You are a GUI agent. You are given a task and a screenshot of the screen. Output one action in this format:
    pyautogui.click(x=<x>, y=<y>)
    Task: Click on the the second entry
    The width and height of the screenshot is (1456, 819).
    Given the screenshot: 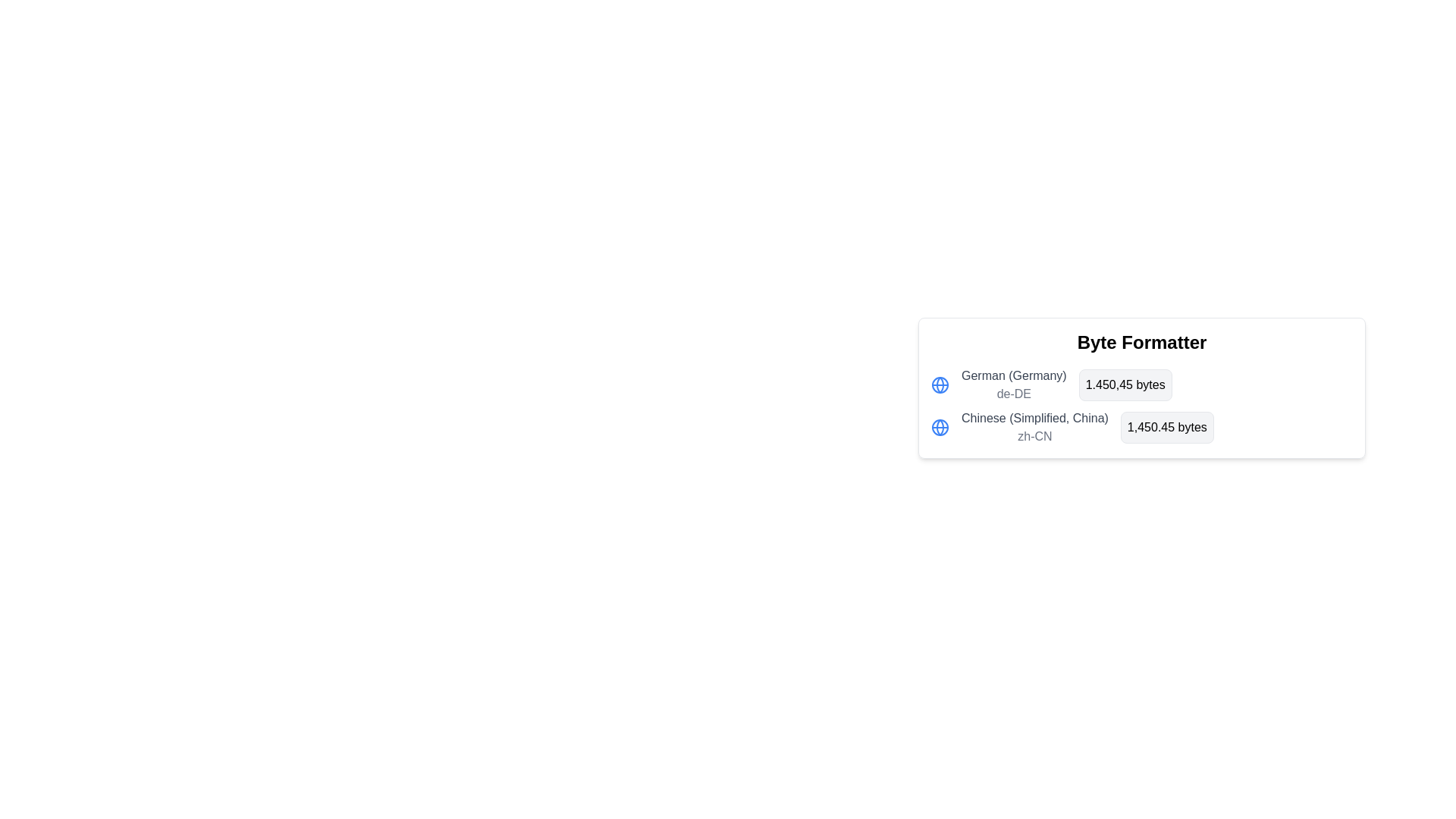 What is the action you would take?
    pyautogui.click(x=1142, y=427)
    